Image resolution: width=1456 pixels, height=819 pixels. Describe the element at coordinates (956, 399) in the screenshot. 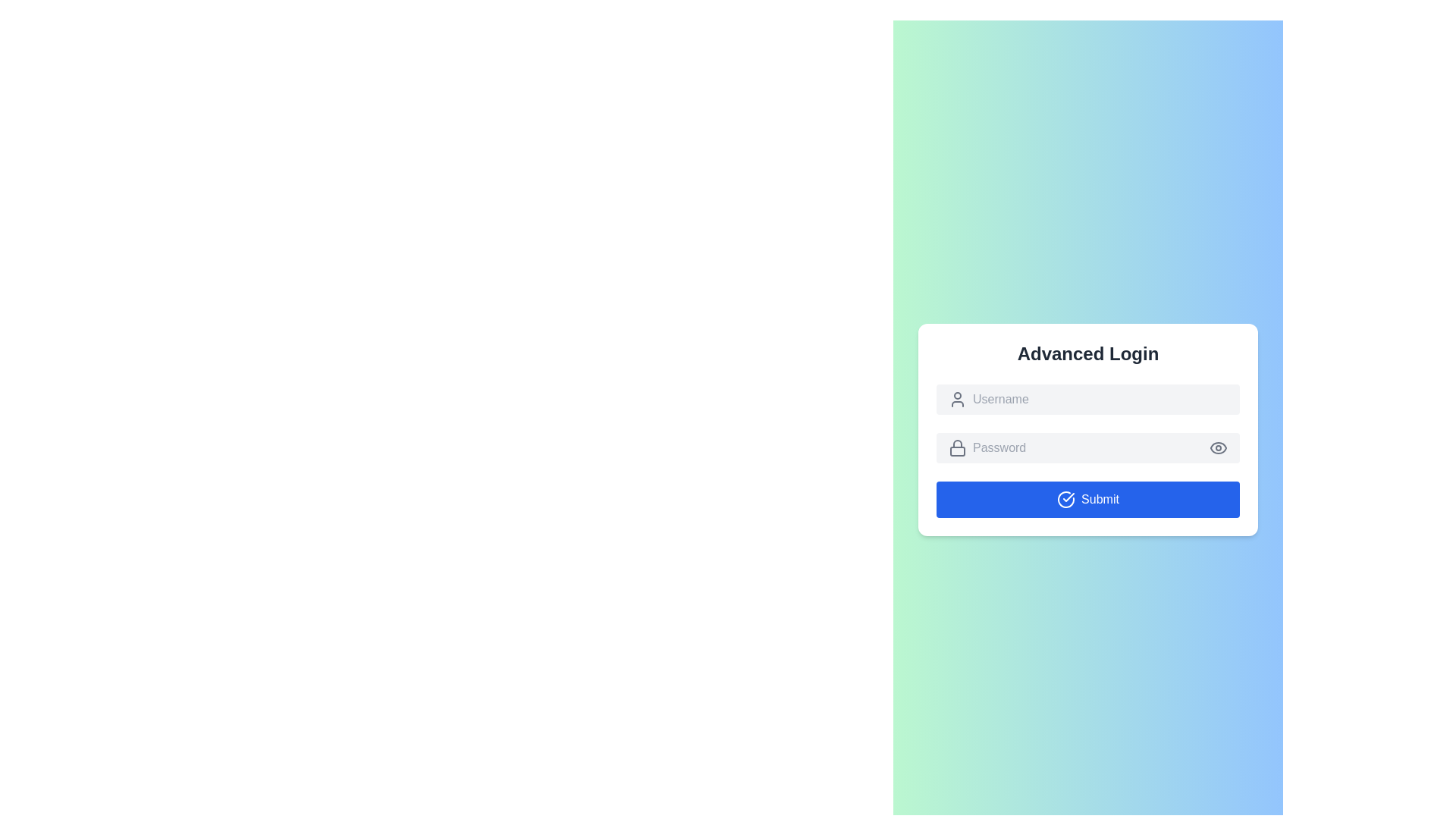

I see `the visual indicator icon that signifies the adjacent input box for entering a username, located to the left of the 'Username' input field in the login form` at that location.